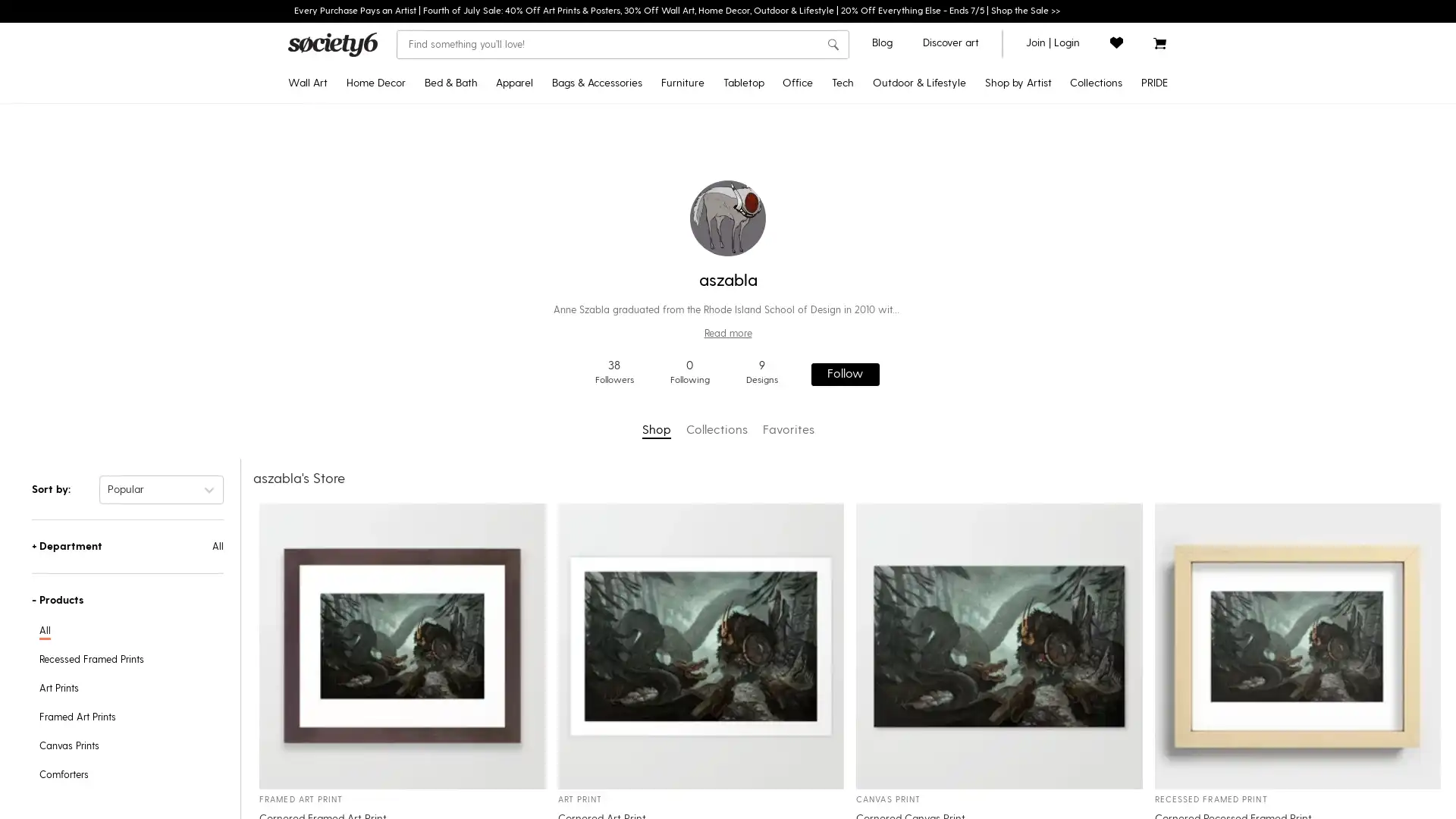 The image size is (1456, 819). I want to click on Pencil Cases, so click(835, 268).